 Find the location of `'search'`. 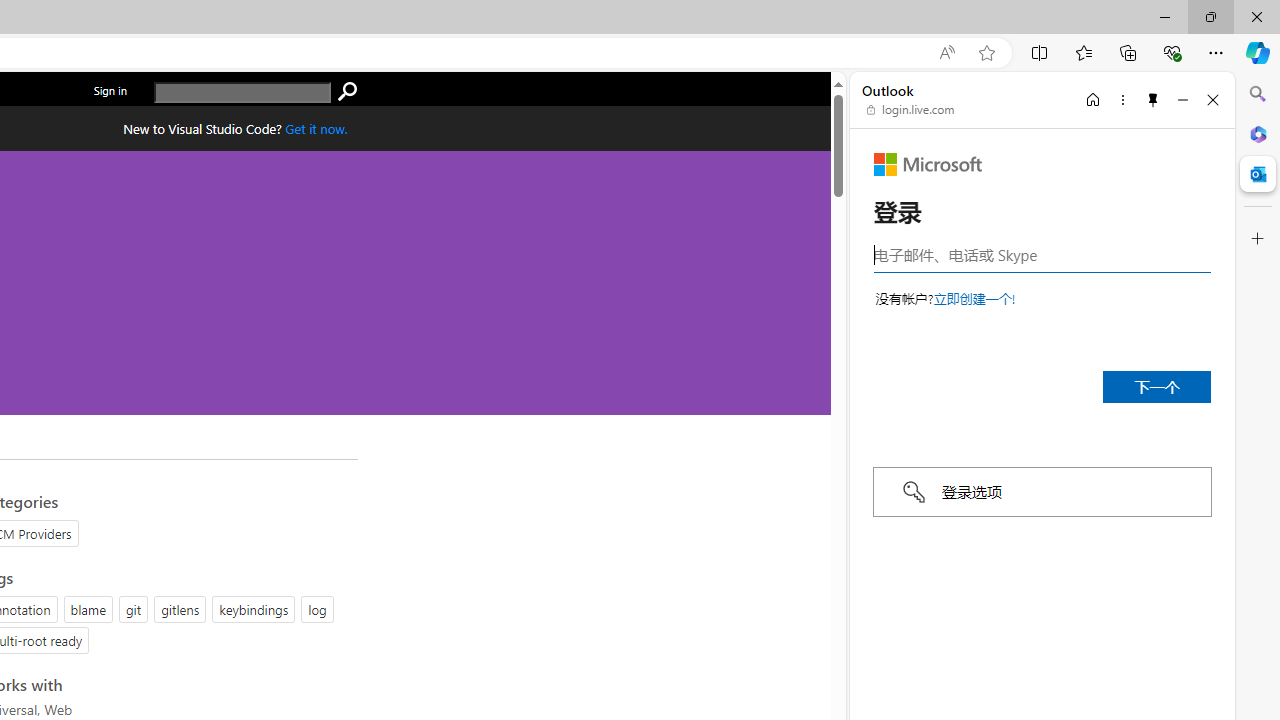

'search' is located at coordinates (347, 92).